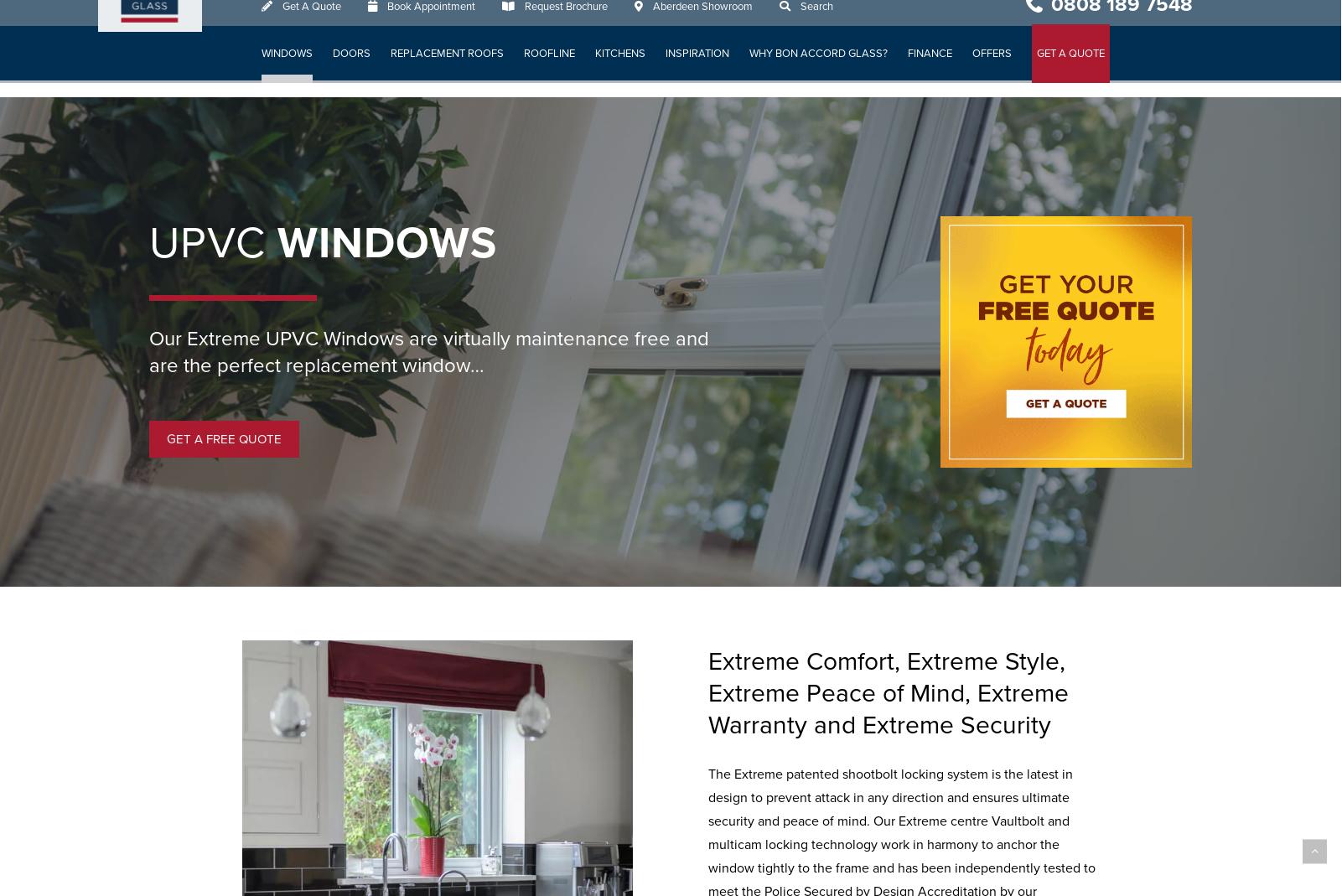 The height and width of the screenshot is (896, 1342). What do you see at coordinates (149, 242) in the screenshot?
I see `'UPVC'` at bounding box center [149, 242].